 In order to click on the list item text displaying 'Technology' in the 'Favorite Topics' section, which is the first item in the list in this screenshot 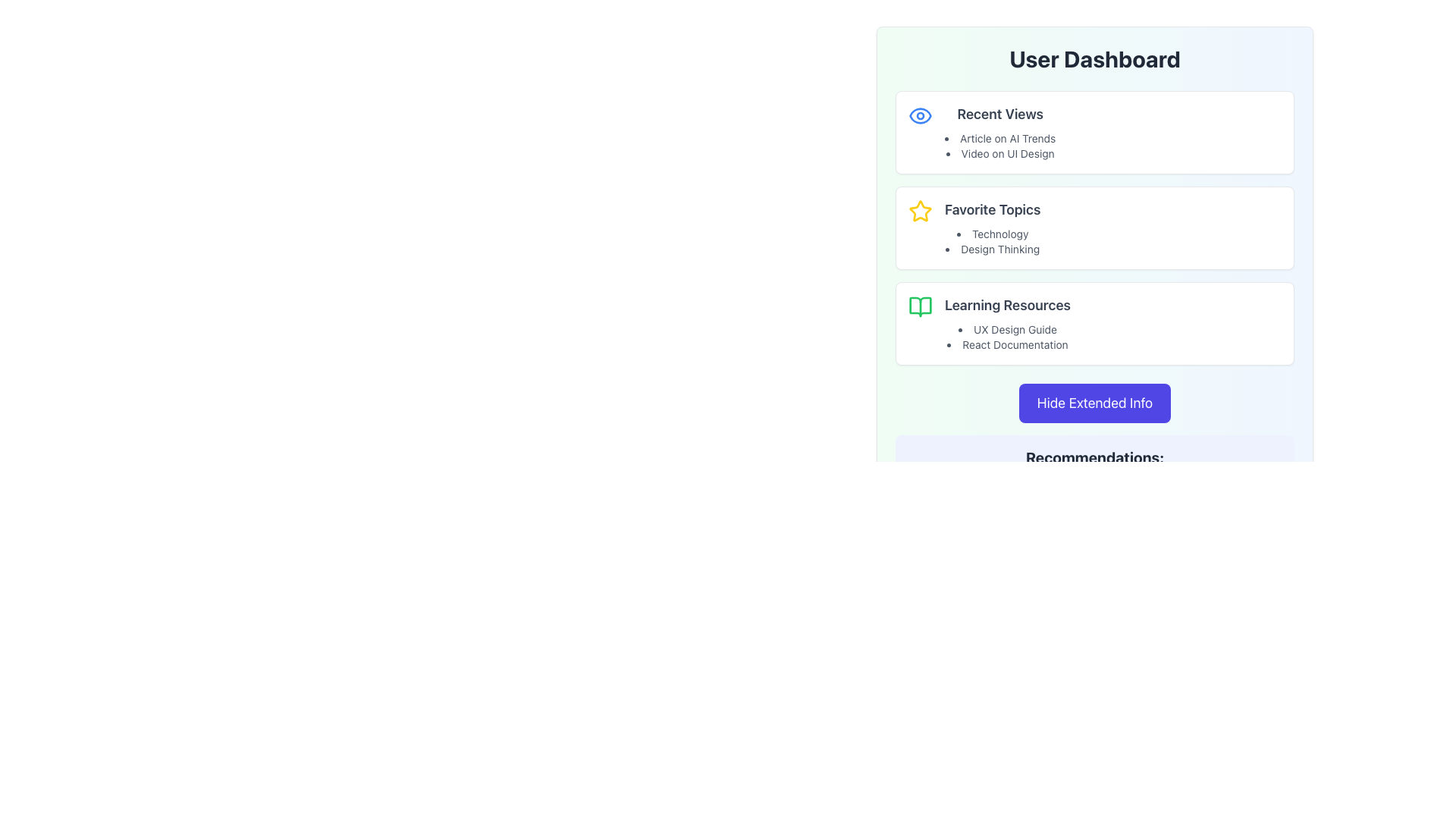, I will do `click(993, 234)`.